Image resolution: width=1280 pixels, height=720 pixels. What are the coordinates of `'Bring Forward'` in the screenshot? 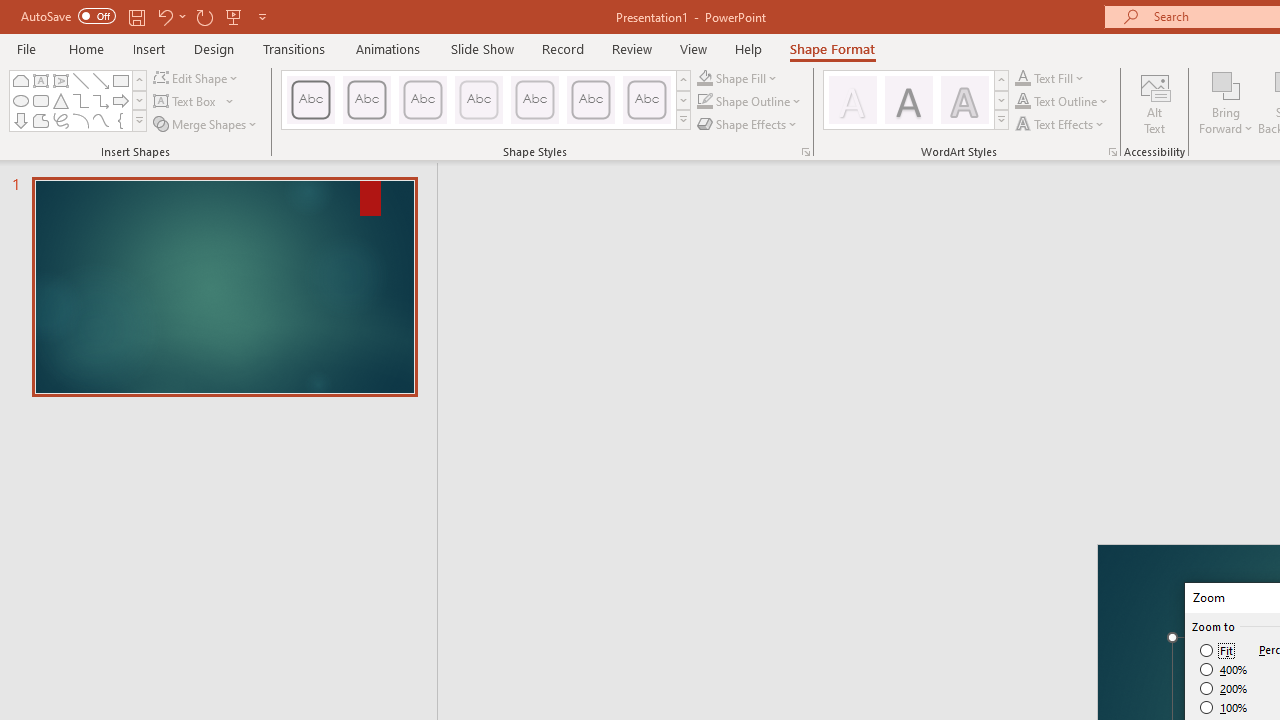 It's located at (1225, 103).